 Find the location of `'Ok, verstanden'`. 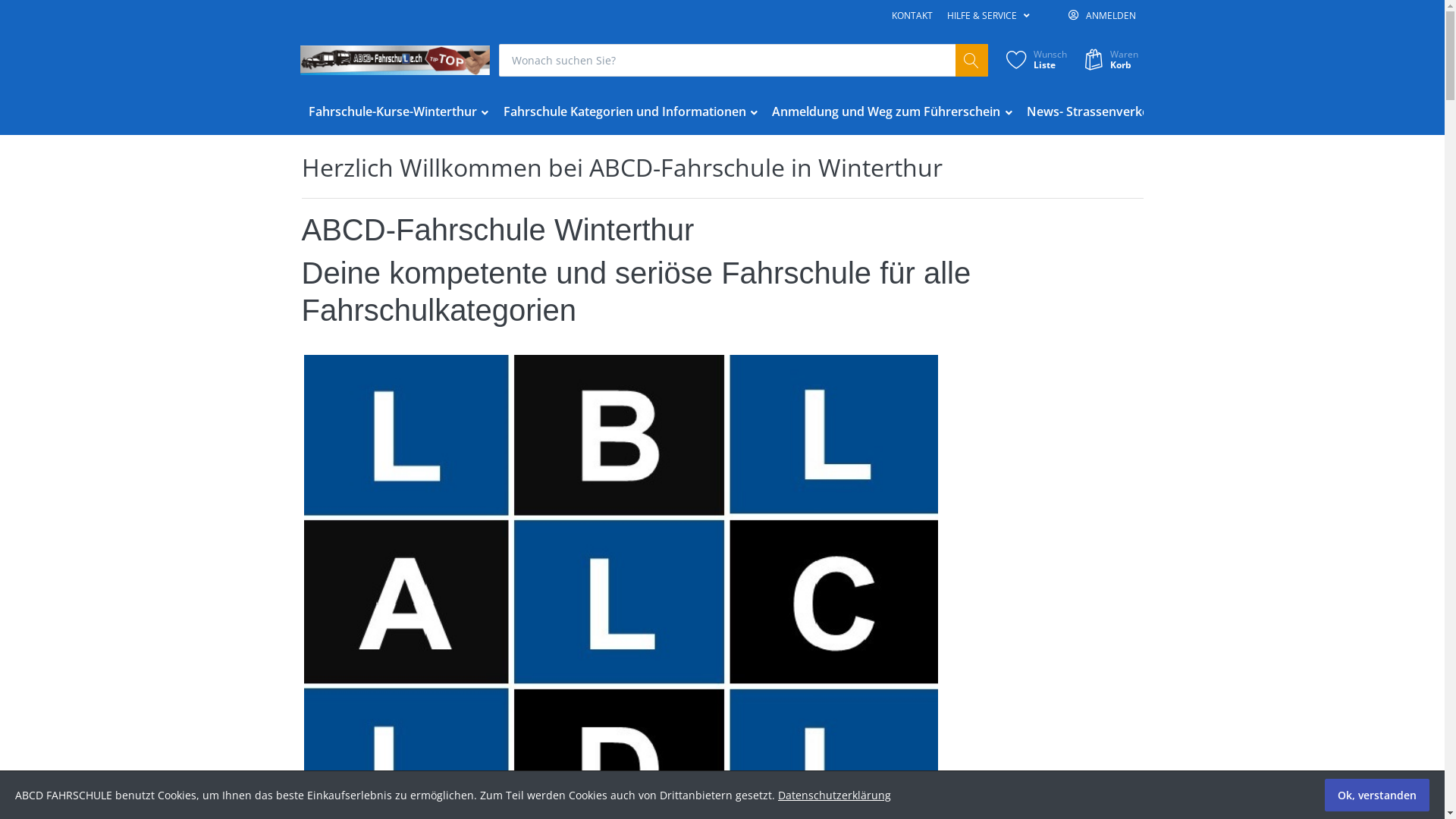

'Ok, verstanden' is located at coordinates (1376, 794).